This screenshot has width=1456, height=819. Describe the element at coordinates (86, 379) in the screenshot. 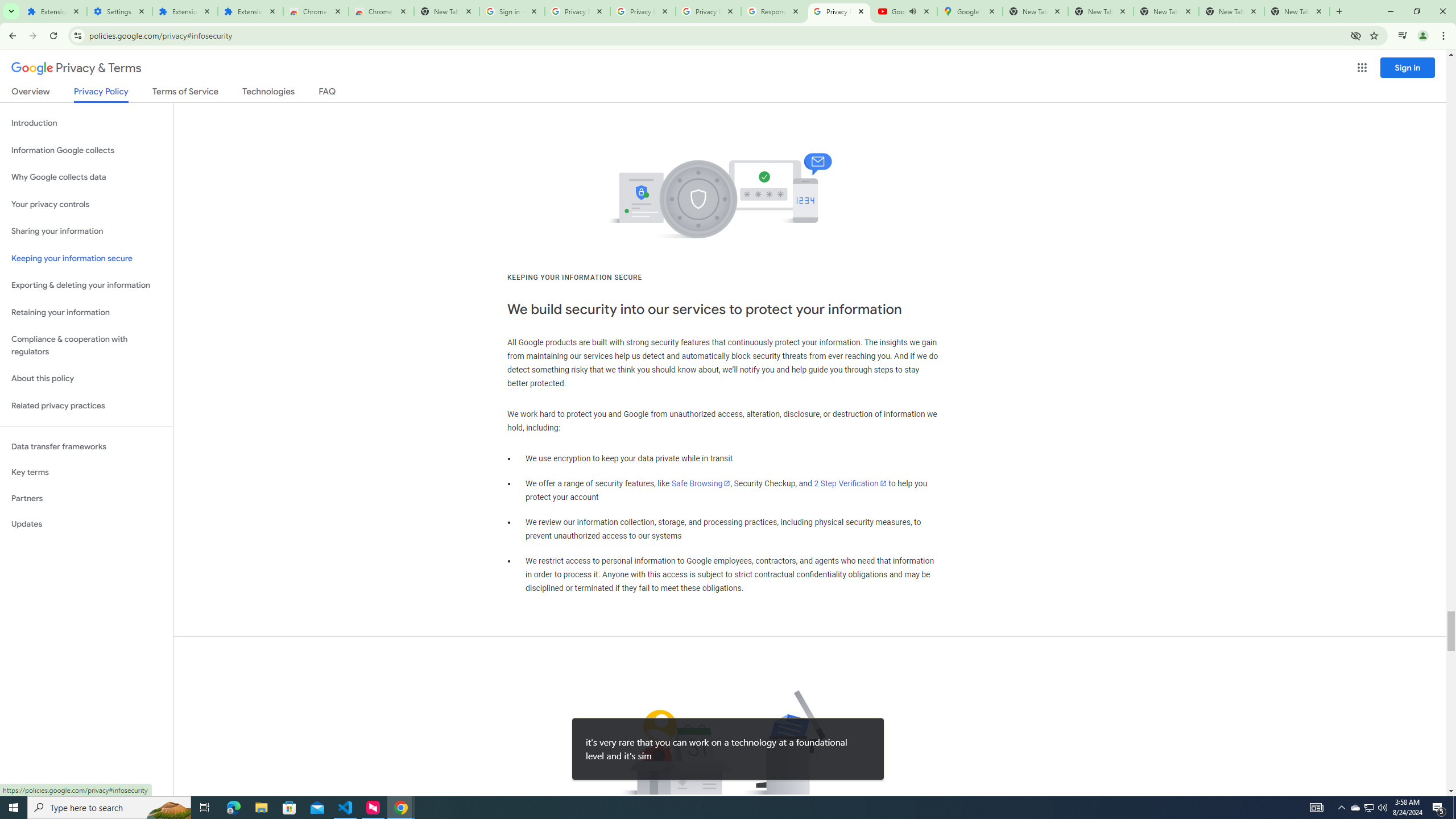

I see `'About this policy'` at that location.